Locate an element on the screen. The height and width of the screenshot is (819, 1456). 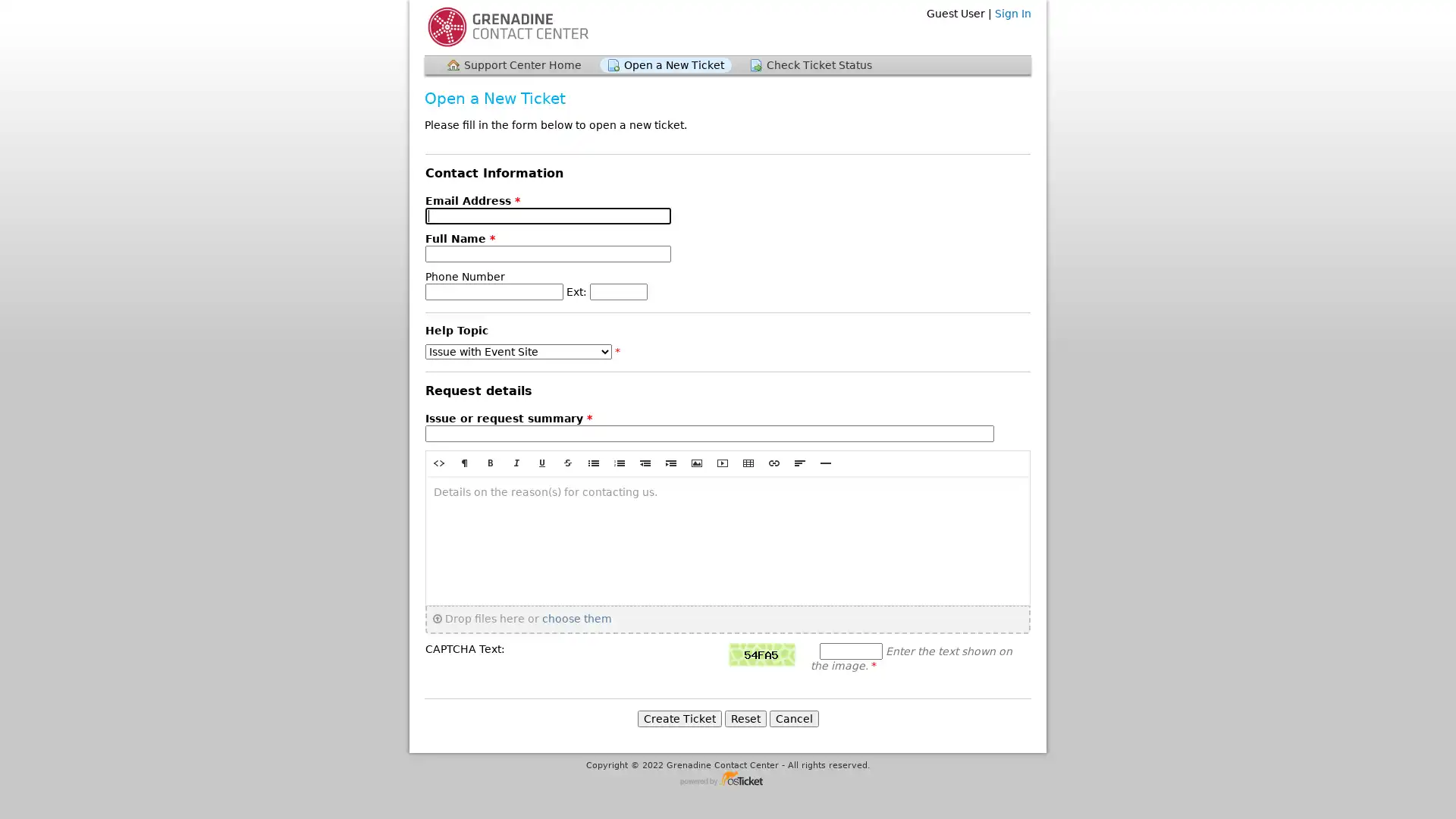
Insert Image is located at coordinates (695, 462).